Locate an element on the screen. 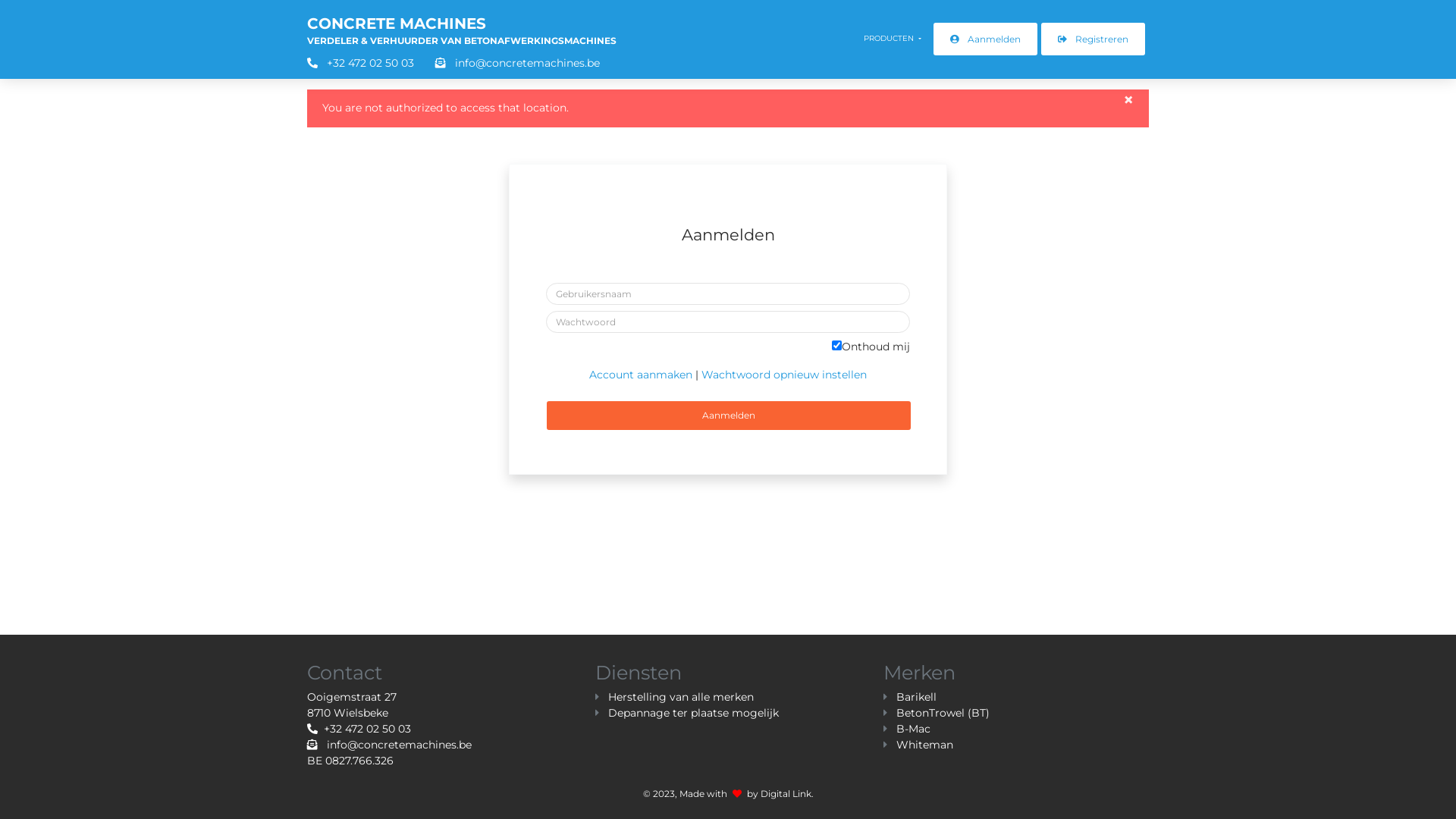  '+32 472 02 50 03' is located at coordinates (358, 727).